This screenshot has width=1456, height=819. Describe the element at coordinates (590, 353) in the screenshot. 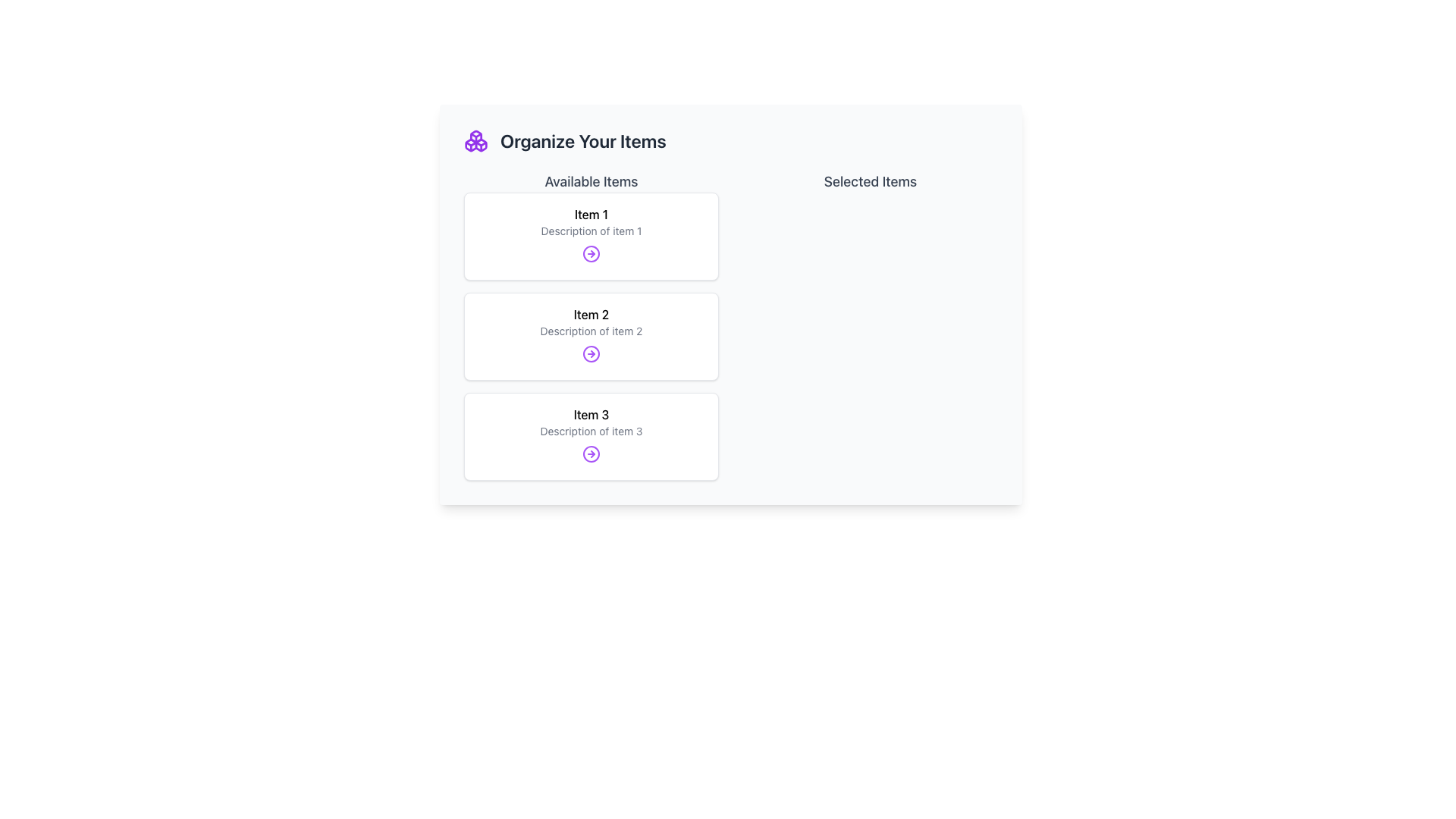

I see `the button located at the bottom of the second card in a vertical list of three cards` at that location.